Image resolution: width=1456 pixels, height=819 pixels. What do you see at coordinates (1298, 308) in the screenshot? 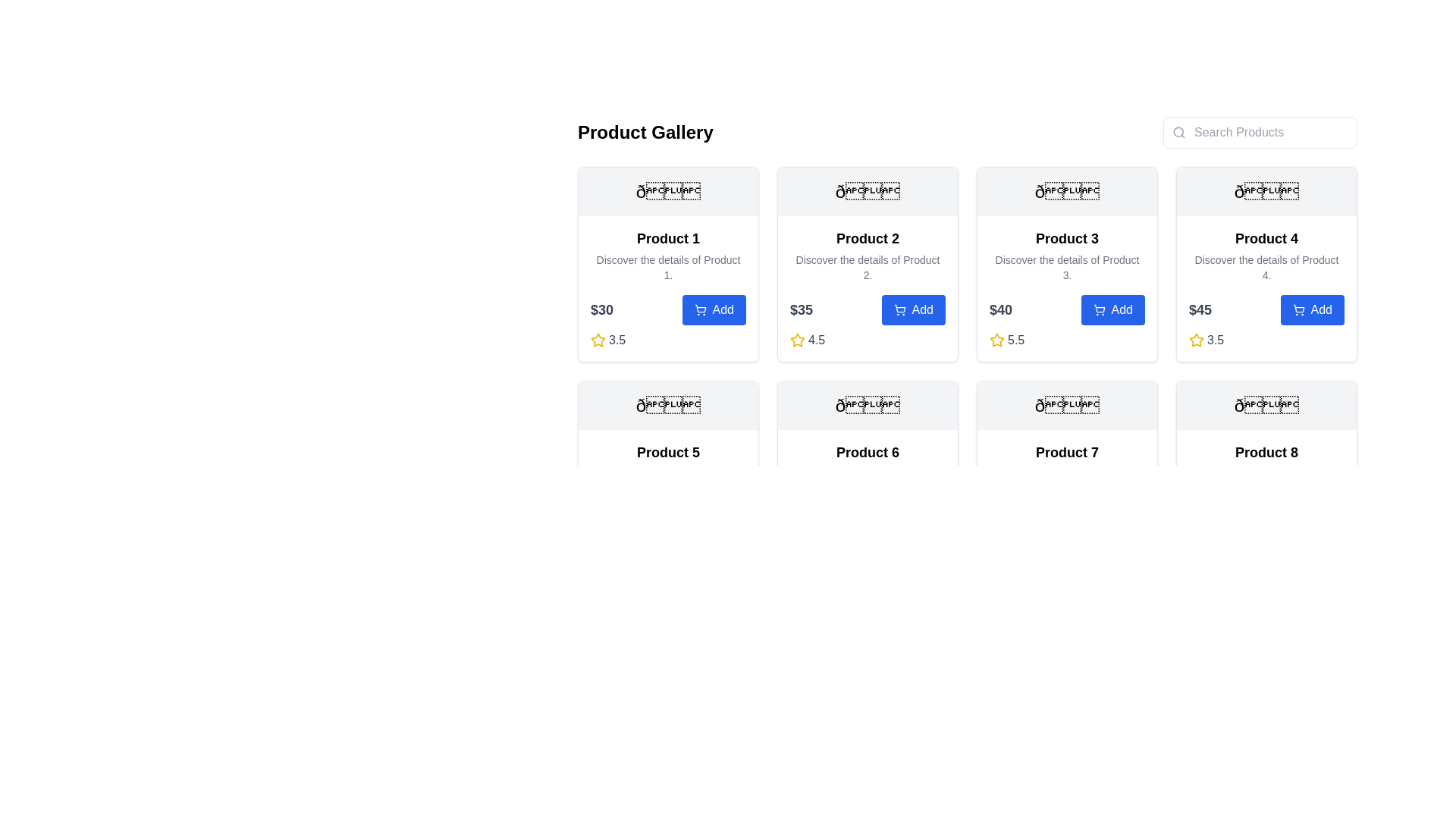
I see `the shopping cart icon located within the 'Add' button section of the fourth product card in the product gallery grid` at bounding box center [1298, 308].